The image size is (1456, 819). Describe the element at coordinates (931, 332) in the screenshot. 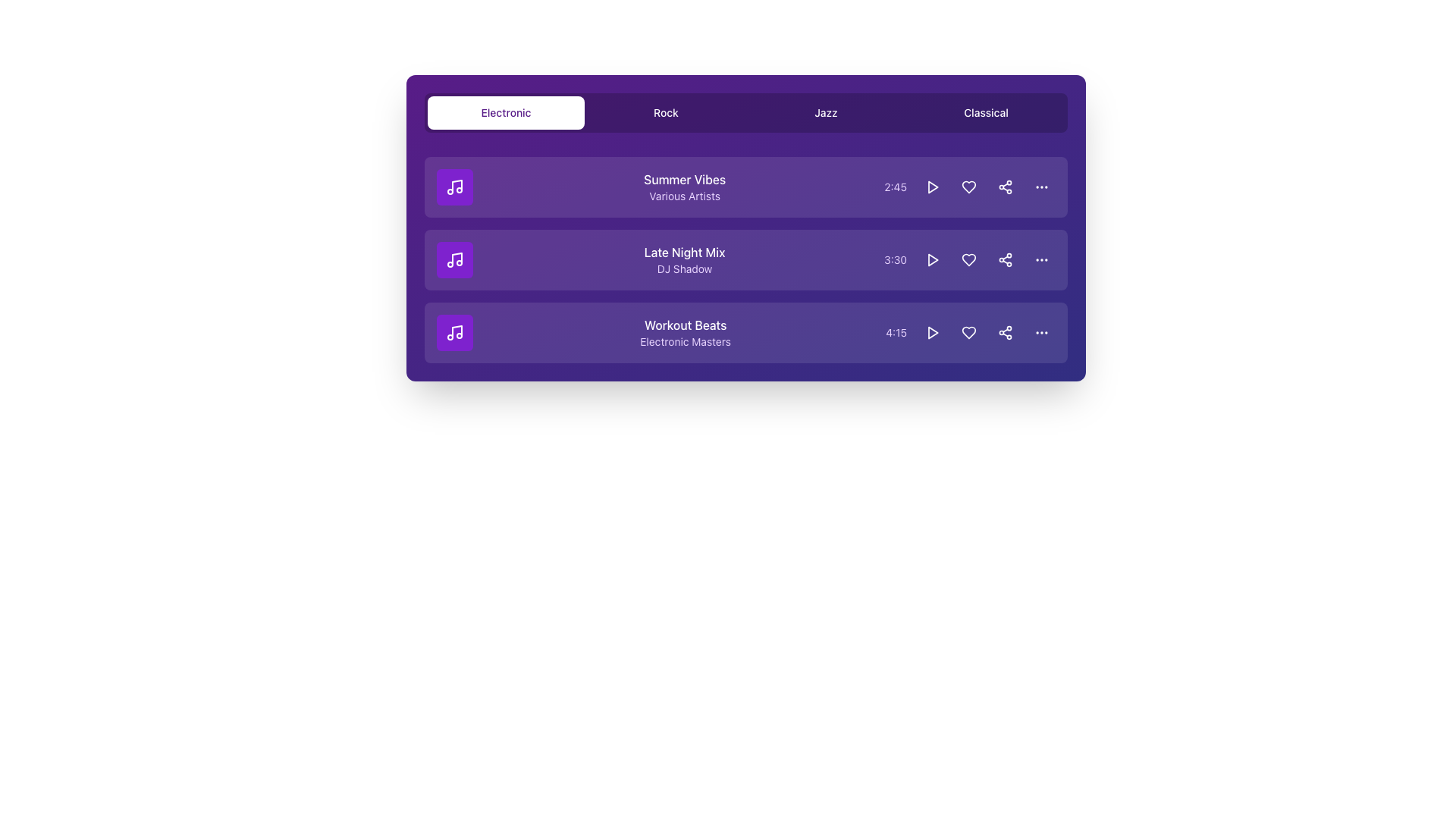

I see `the playback button located` at that location.